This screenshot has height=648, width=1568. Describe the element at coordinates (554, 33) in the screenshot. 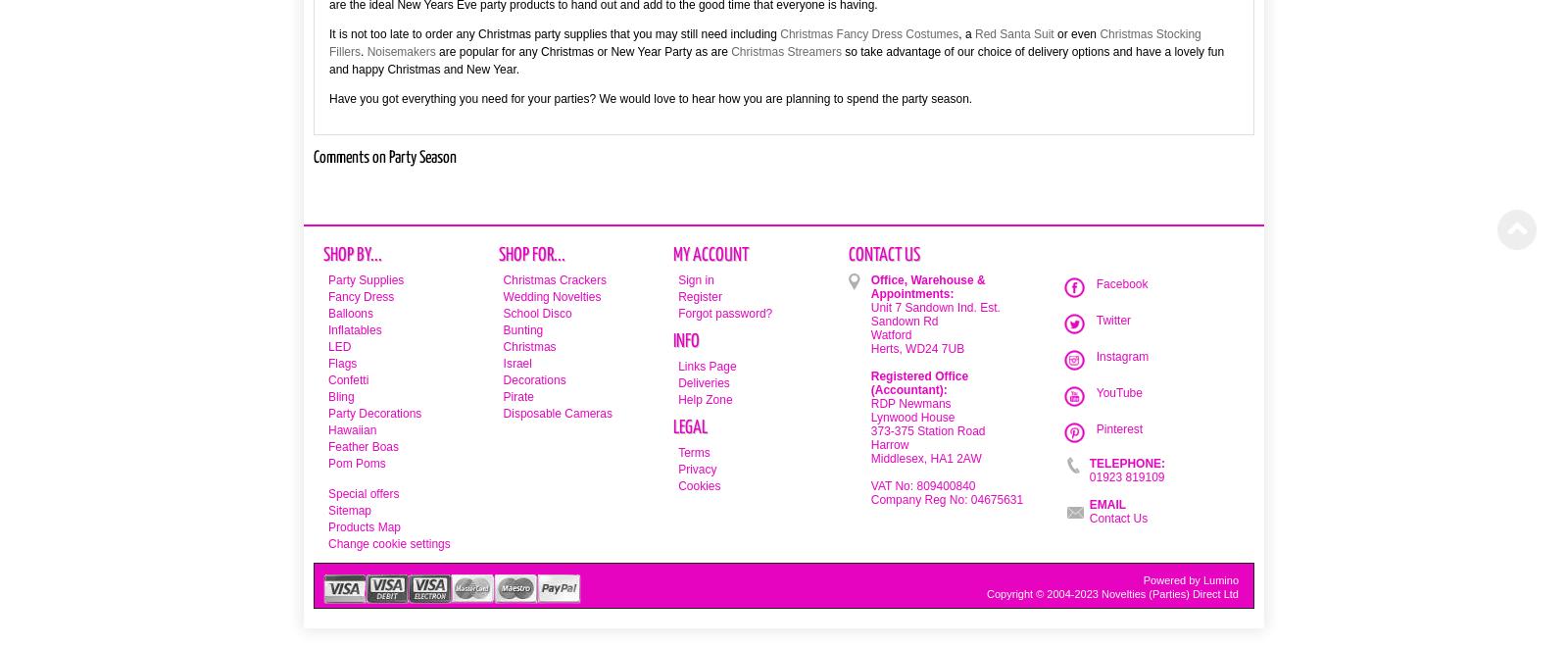

I see `'It is not too late to order any Christmas party supplies that you may still need including'` at that location.